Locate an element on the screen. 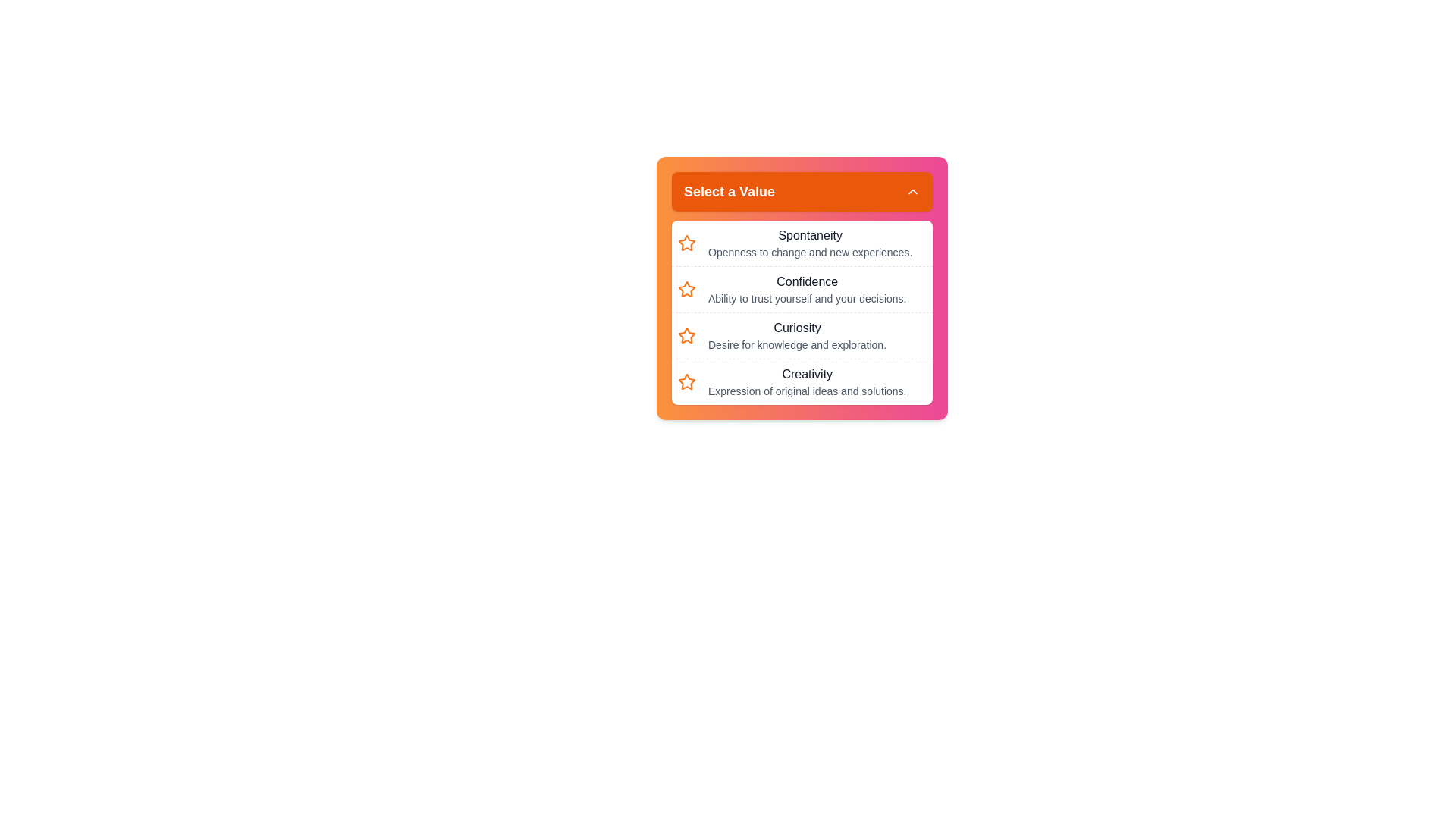 The image size is (1456, 819). label for 'Creativity' located in the dropdown selection panel under 'Select a Value', positioned as the fourth item in the list is located at coordinates (806, 374).